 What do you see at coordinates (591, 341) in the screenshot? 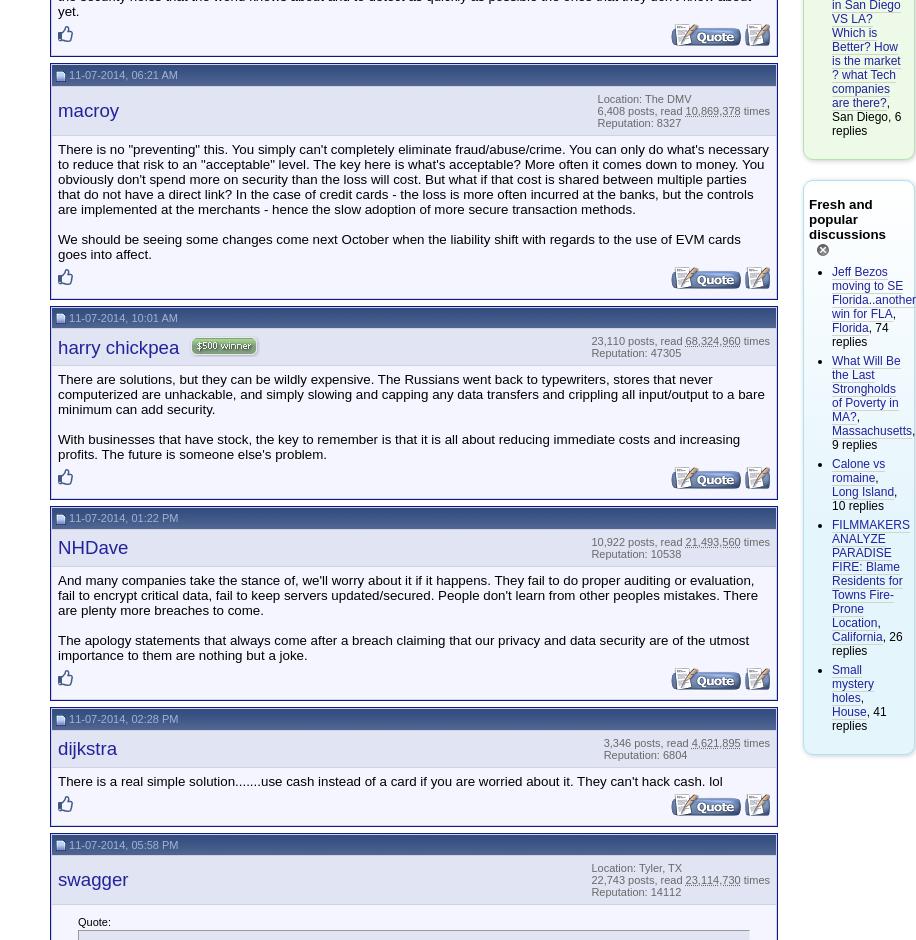
I see `'23,110 posts, read'` at bounding box center [591, 341].